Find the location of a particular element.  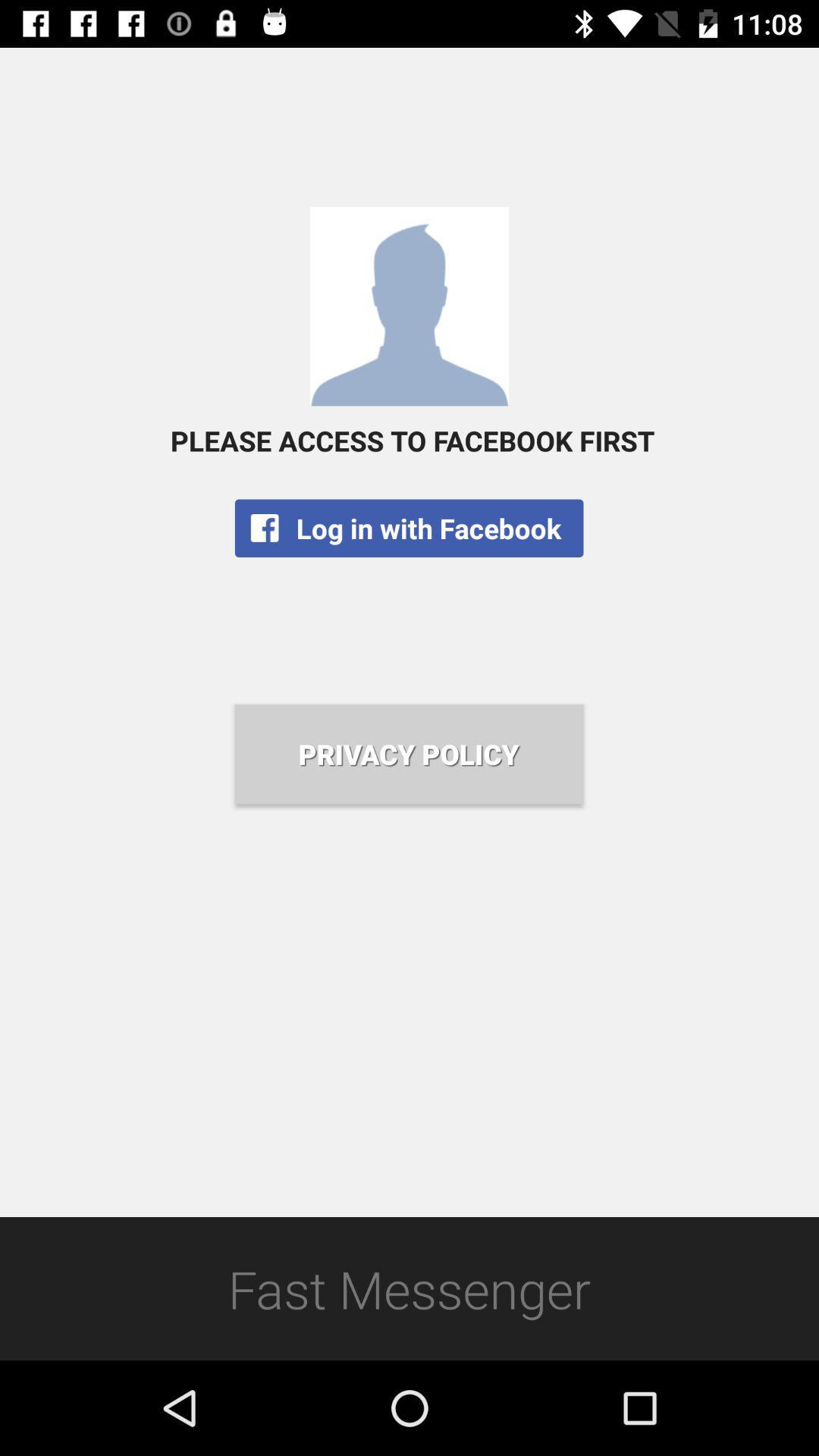

the privacy policy item is located at coordinates (408, 754).